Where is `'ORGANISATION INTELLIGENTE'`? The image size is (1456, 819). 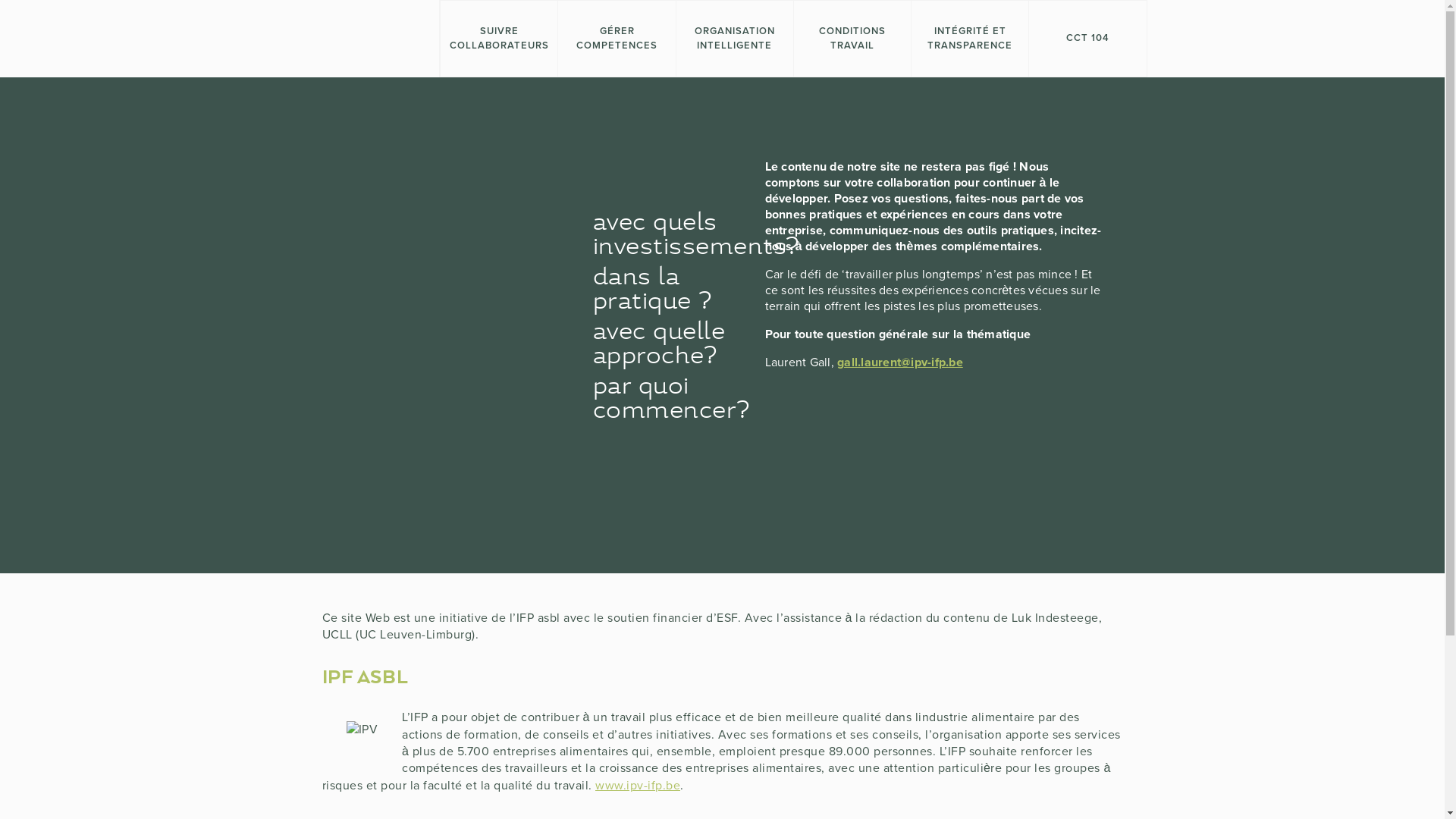
'ORGANISATION INTELLIGENTE' is located at coordinates (734, 37).